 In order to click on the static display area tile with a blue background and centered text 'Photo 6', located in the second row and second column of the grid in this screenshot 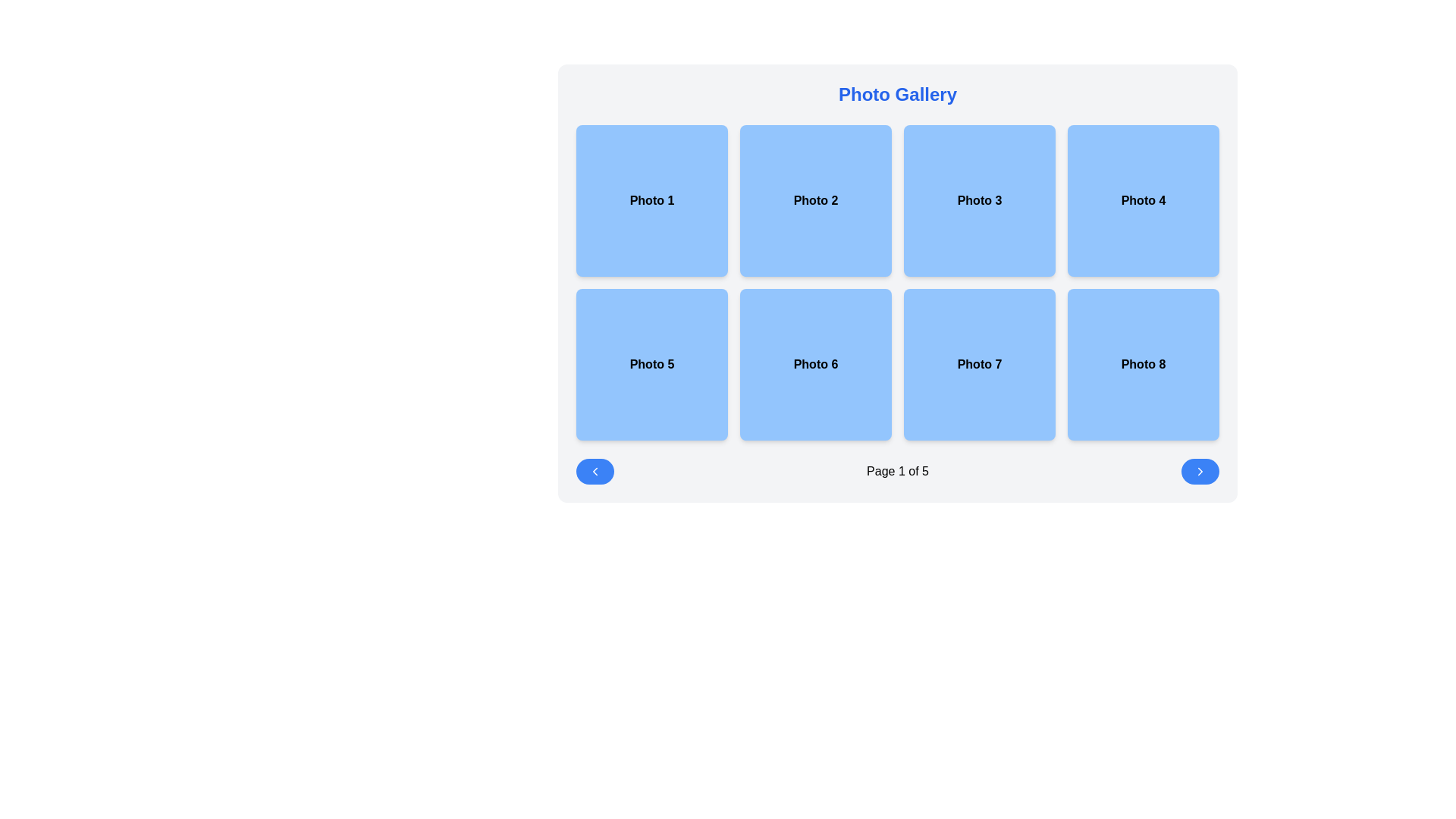, I will do `click(814, 365)`.